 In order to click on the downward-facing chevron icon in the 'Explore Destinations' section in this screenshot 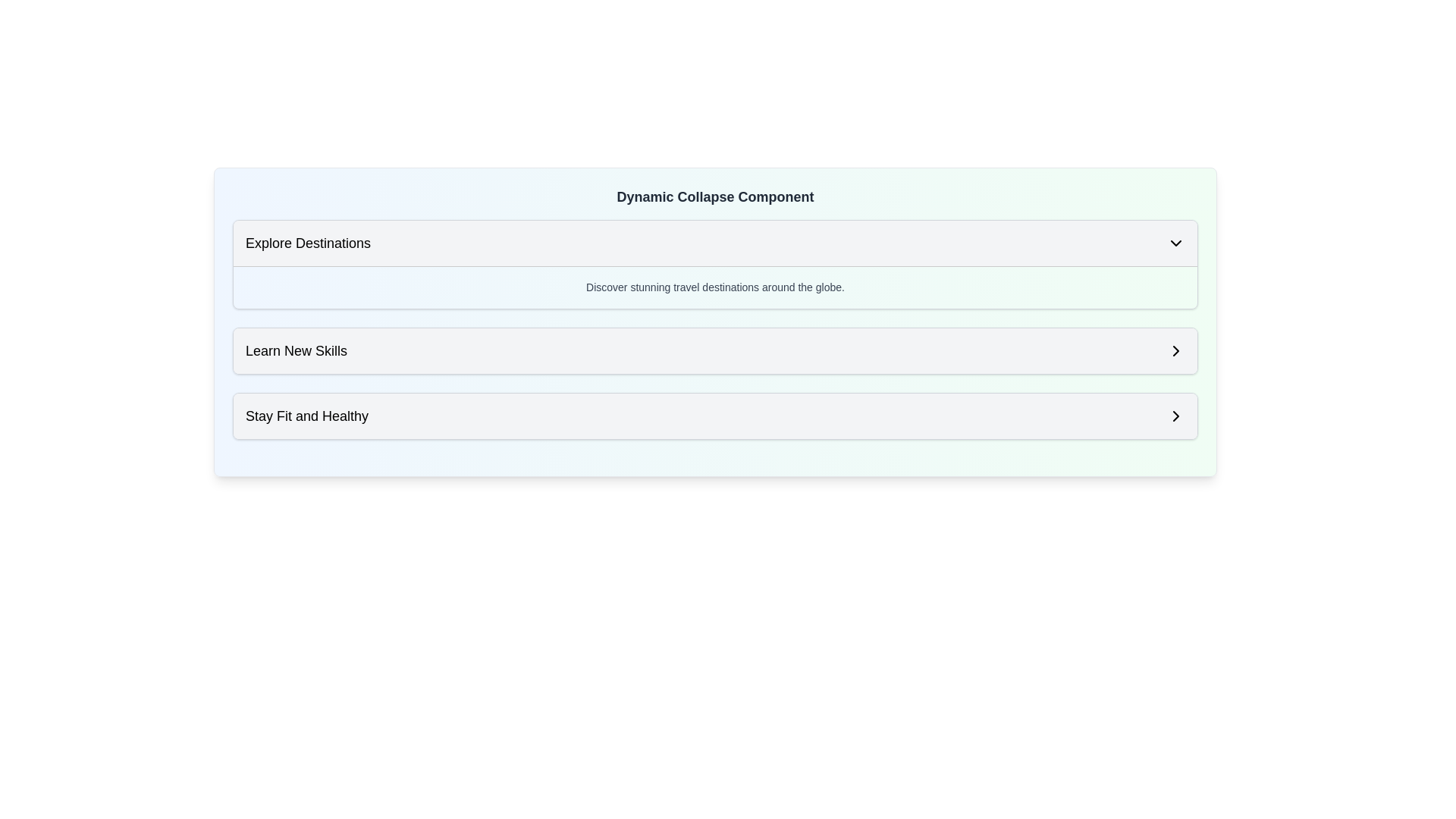, I will do `click(1175, 242)`.